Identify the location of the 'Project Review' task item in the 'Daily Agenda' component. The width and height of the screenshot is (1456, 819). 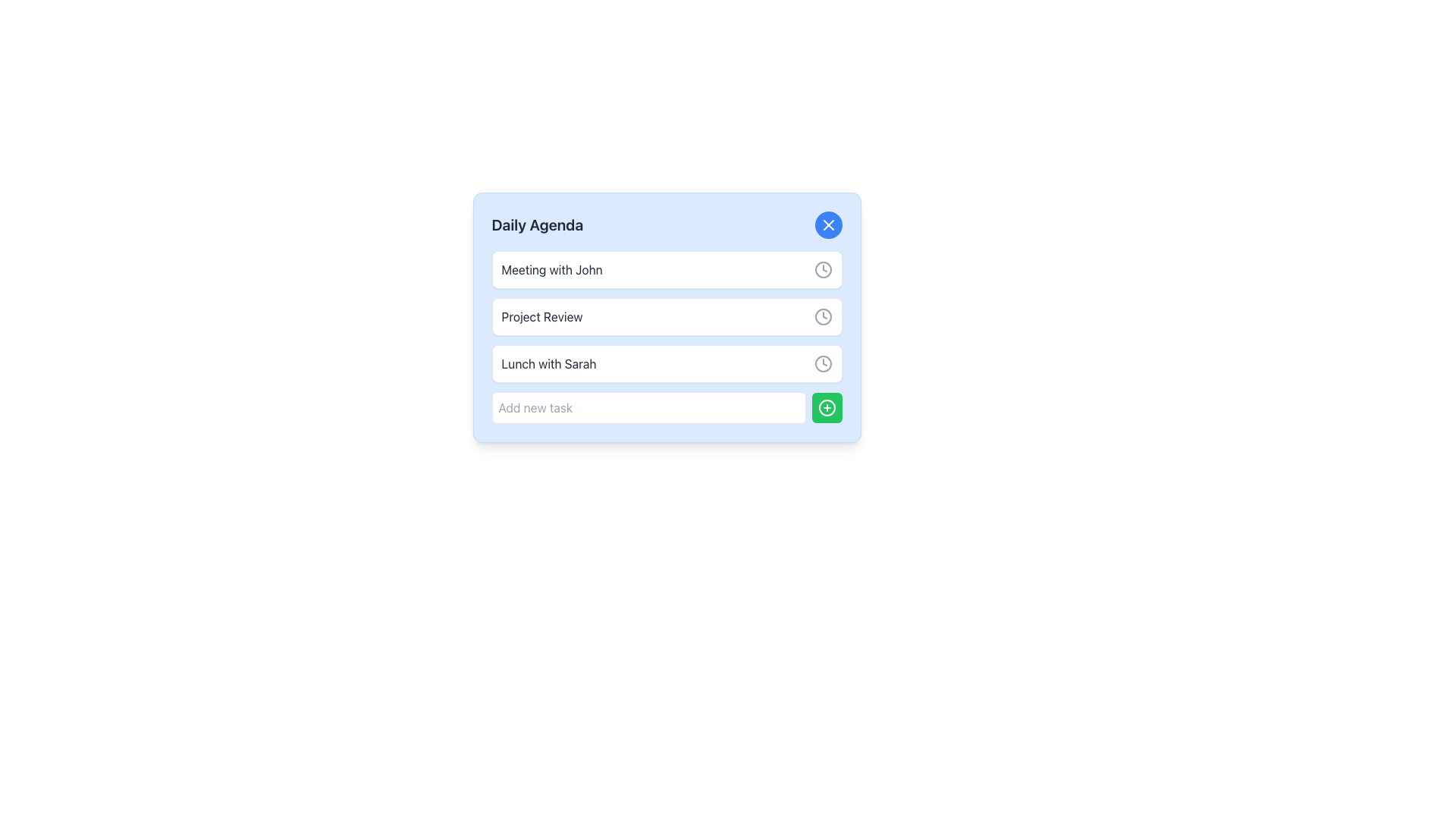
(667, 317).